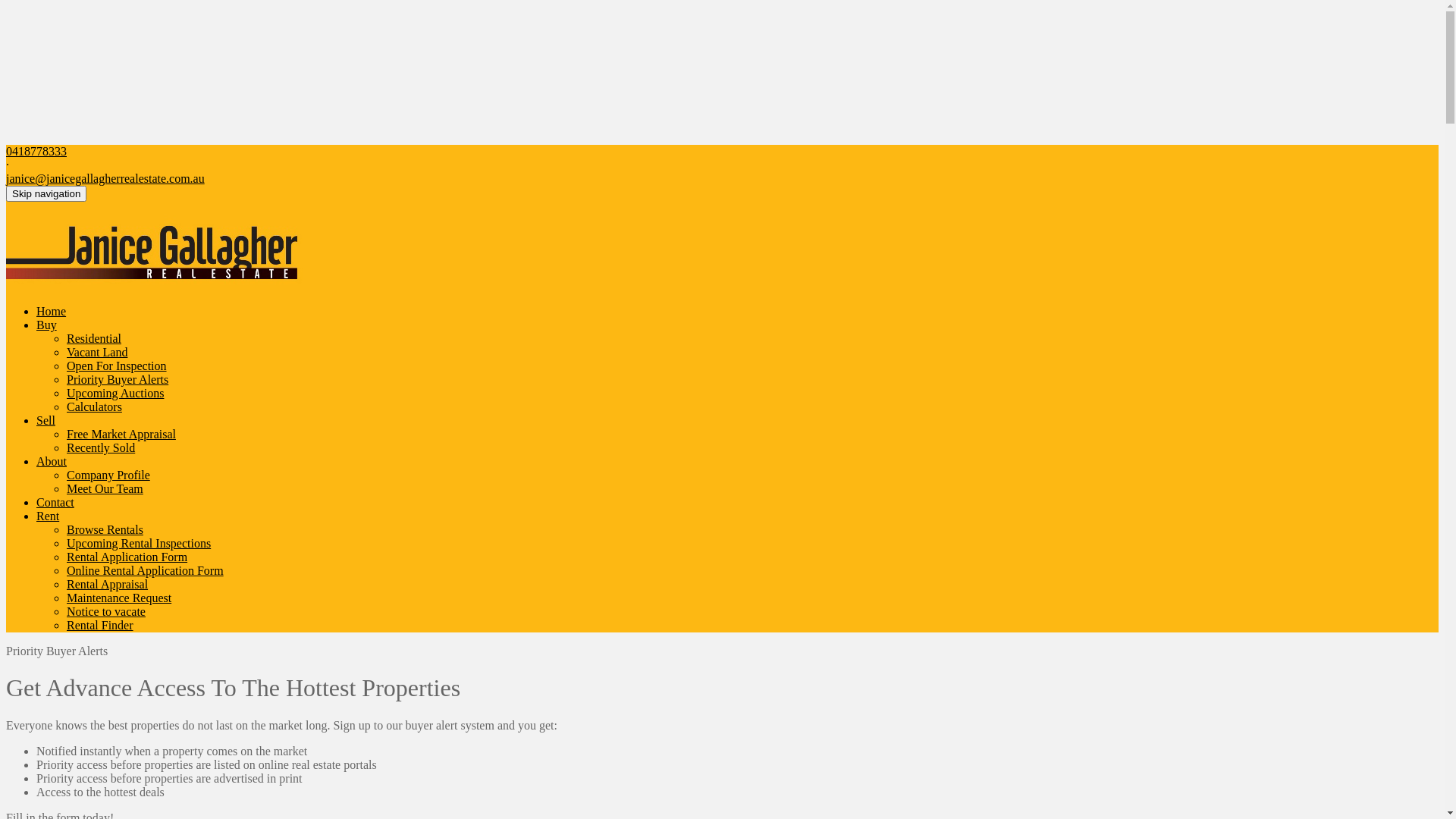 The image size is (1456, 819). What do you see at coordinates (36, 502) in the screenshot?
I see `'Contact'` at bounding box center [36, 502].